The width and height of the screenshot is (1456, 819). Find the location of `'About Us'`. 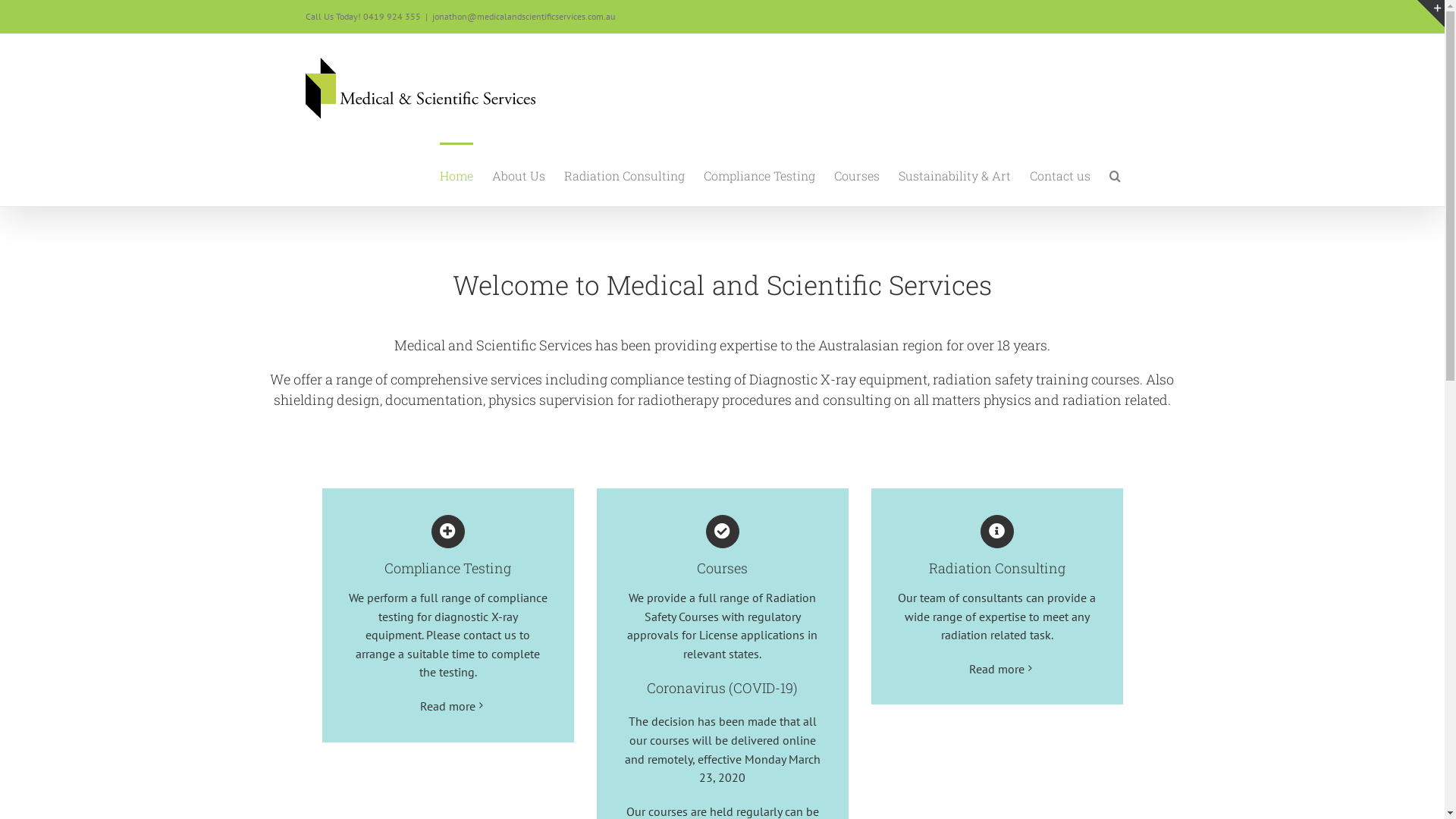

'About Us' is located at coordinates (491, 174).